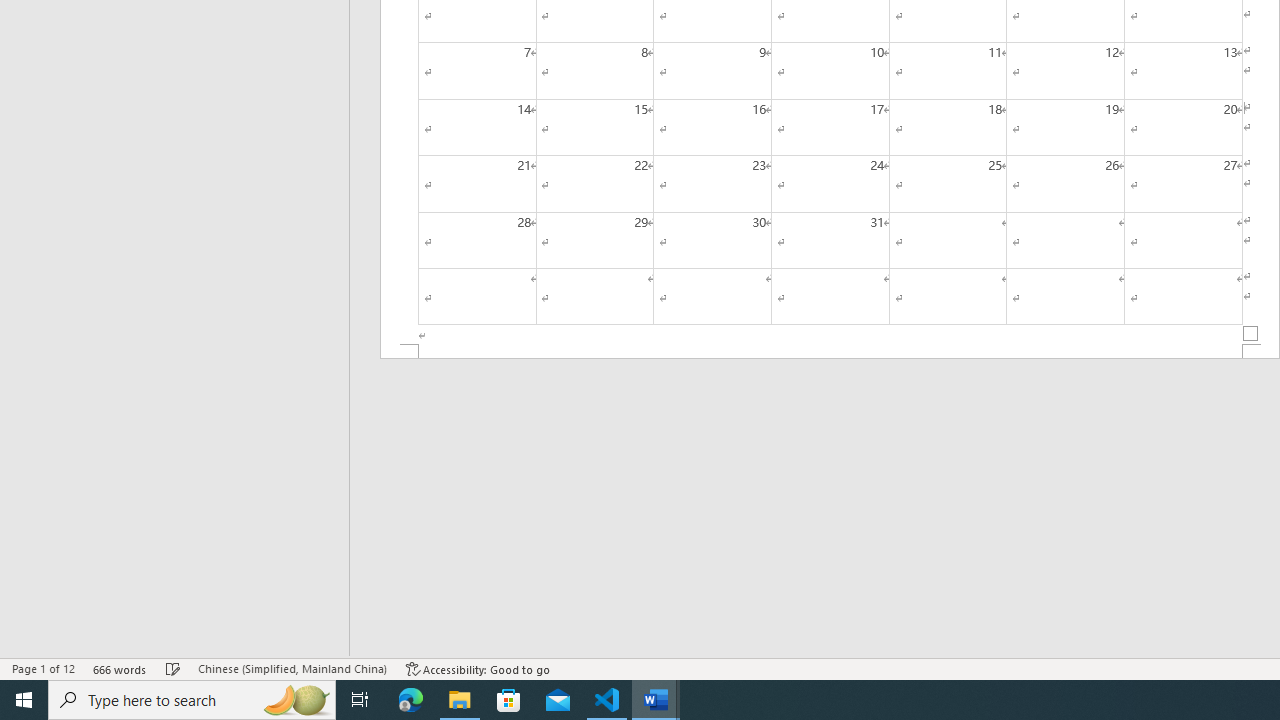 The height and width of the screenshot is (720, 1280). Describe the element at coordinates (119, 669) in the screenshot. I see `'Word Count 666 words'` at that location.